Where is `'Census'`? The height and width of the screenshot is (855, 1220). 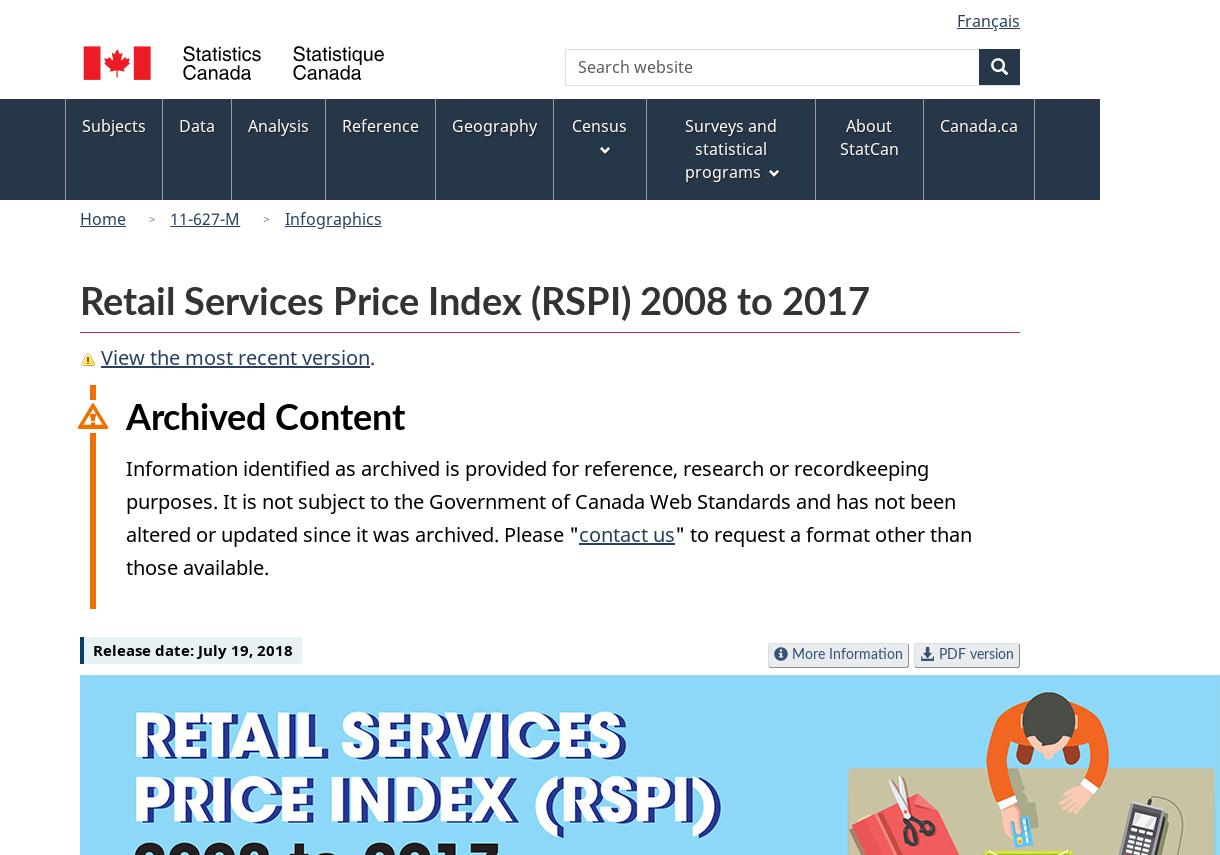
'Census' is located at coordinates (598, 124).